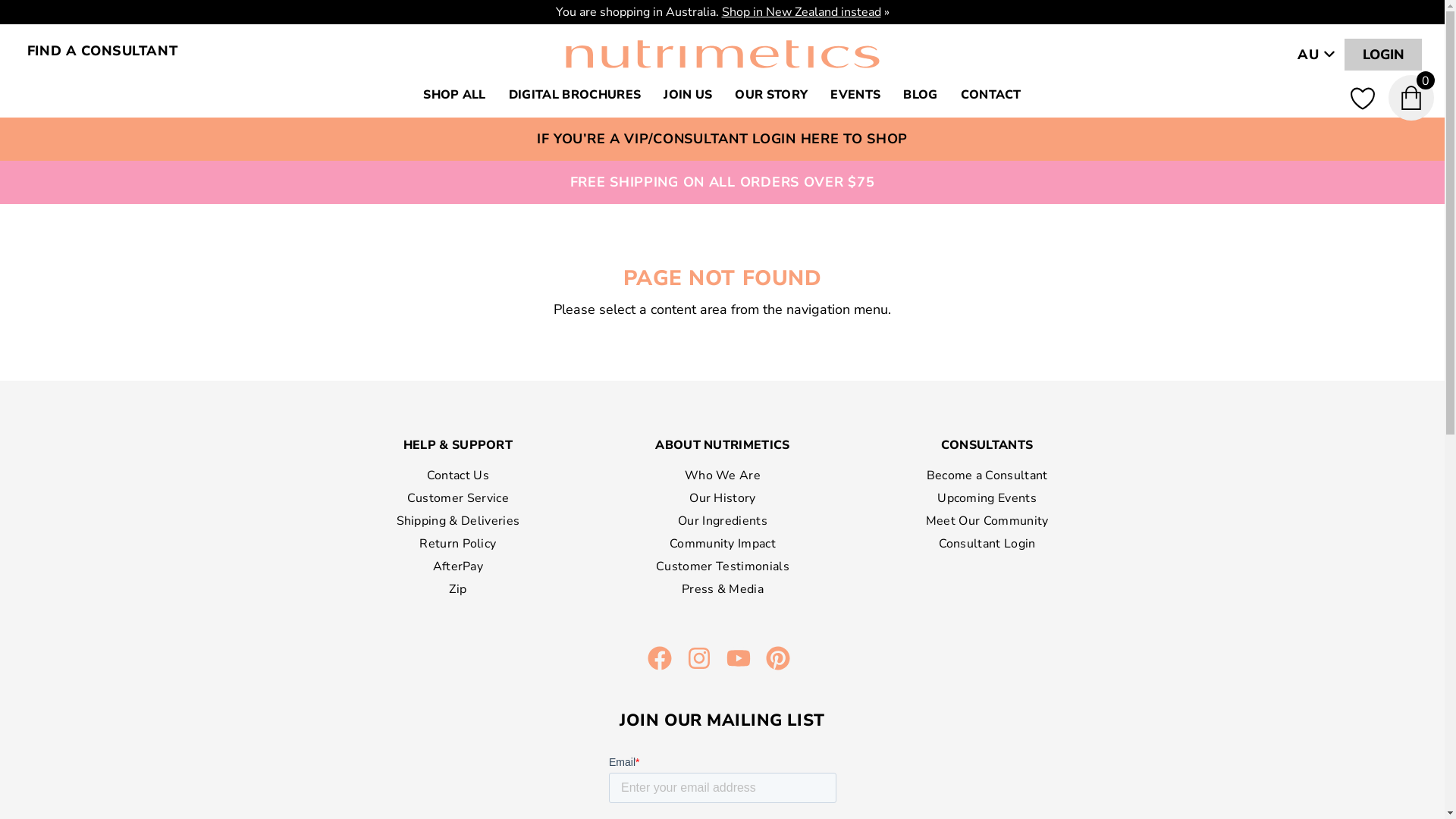  Describe the element at coordinates (457, 543) in the screenshot. I see `'Return Policy'` at that location.